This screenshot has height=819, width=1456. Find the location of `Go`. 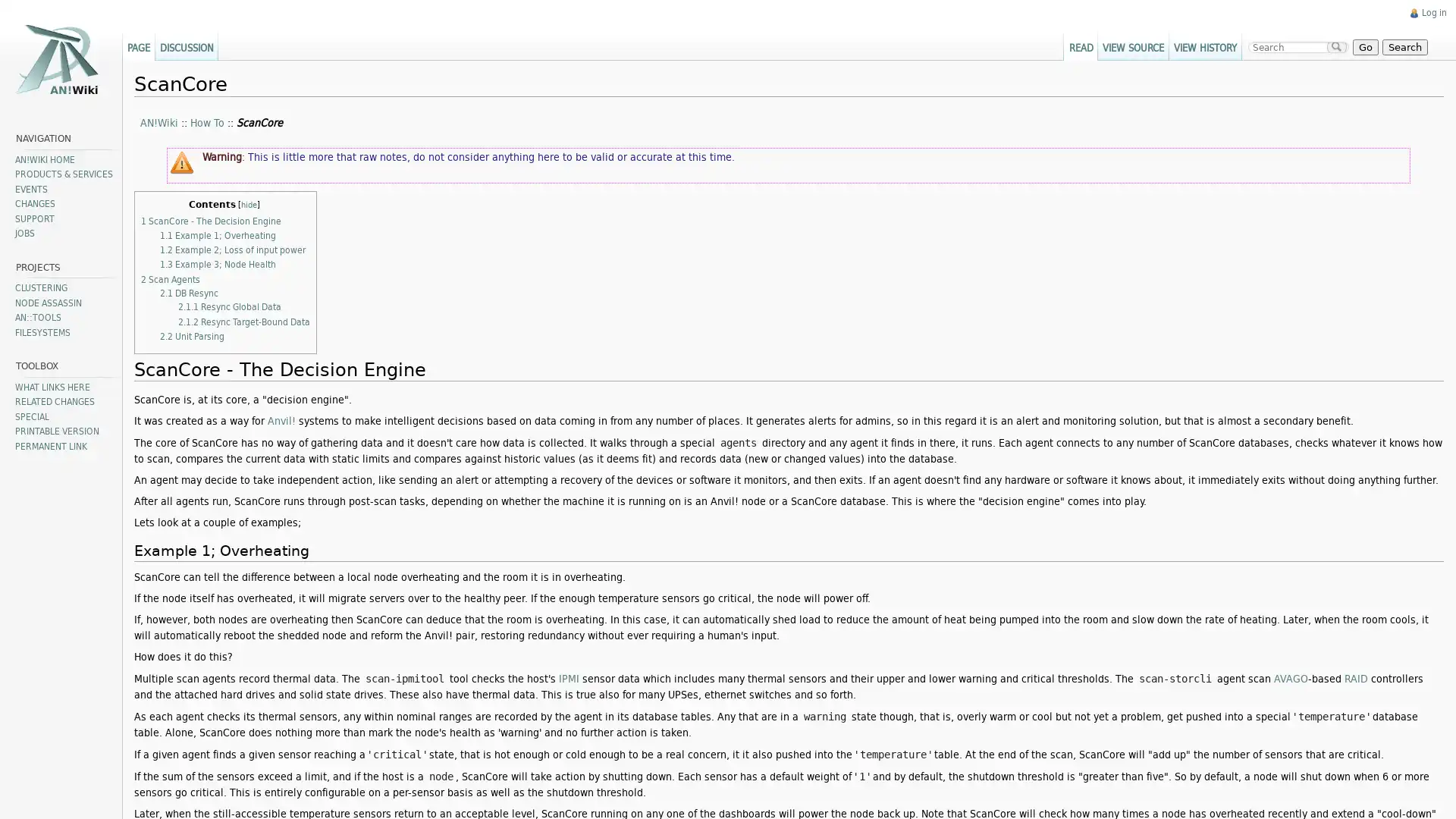

Go is located at coordinates (1360, 45).